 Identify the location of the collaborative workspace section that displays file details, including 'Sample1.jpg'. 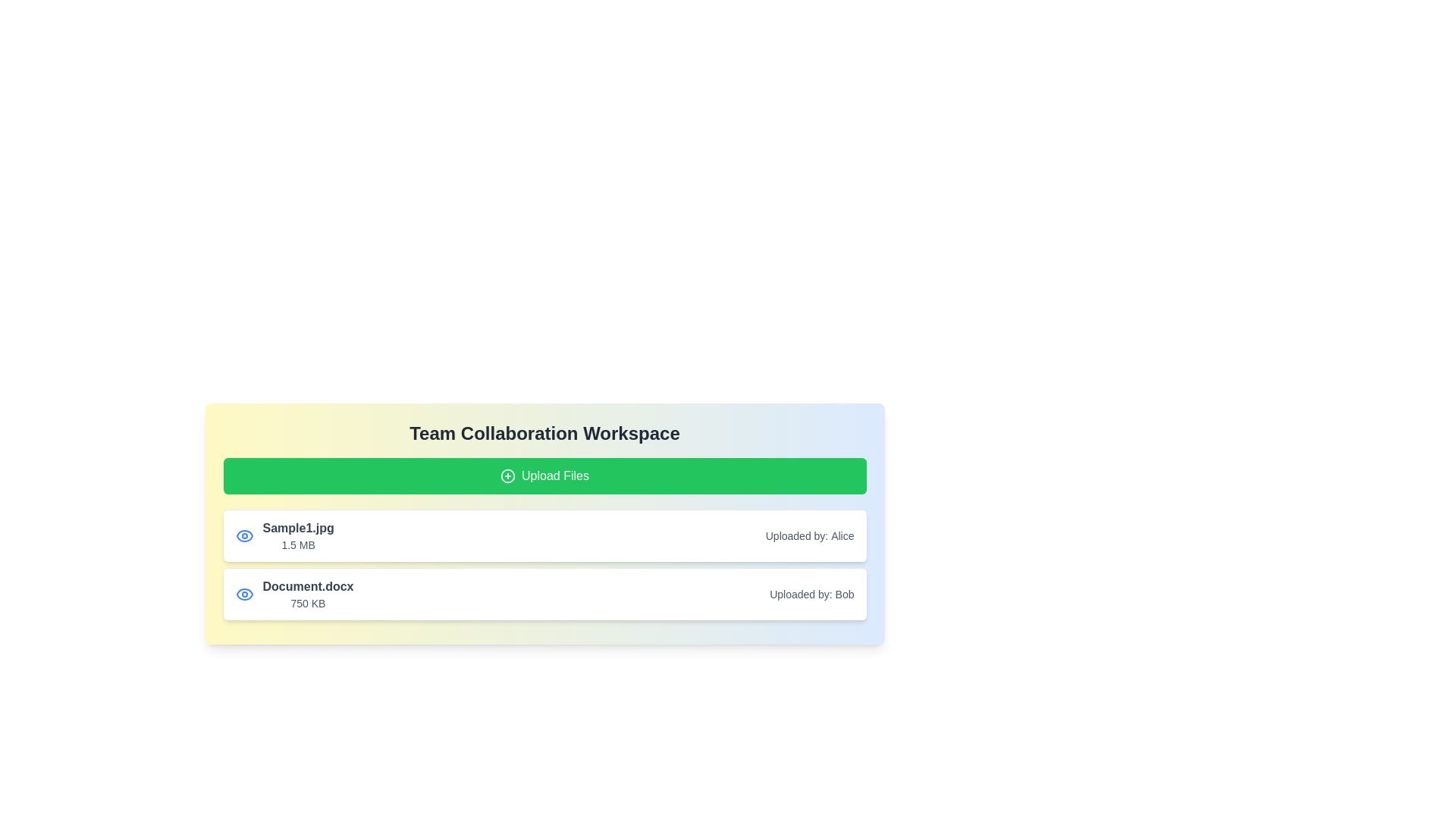
(544, 522).